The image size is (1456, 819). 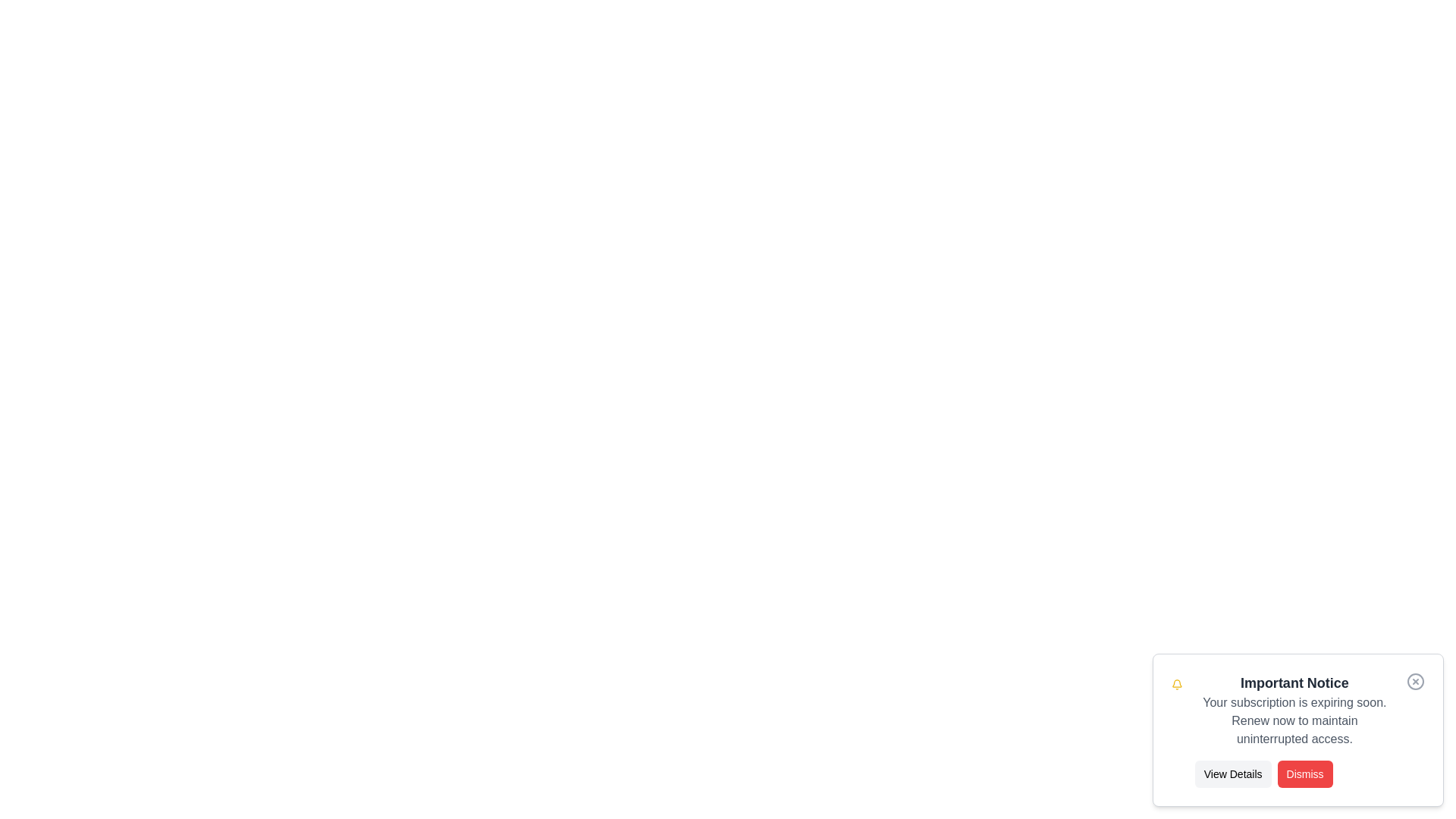 What do you see at coordinates (1415, 680) in the screenshot?
I see `the circular SVG component with a 10-pixel radius located in the top-right corner of the notification panel, which provides a subscription-related warning` at bounding box center [1415, 680].